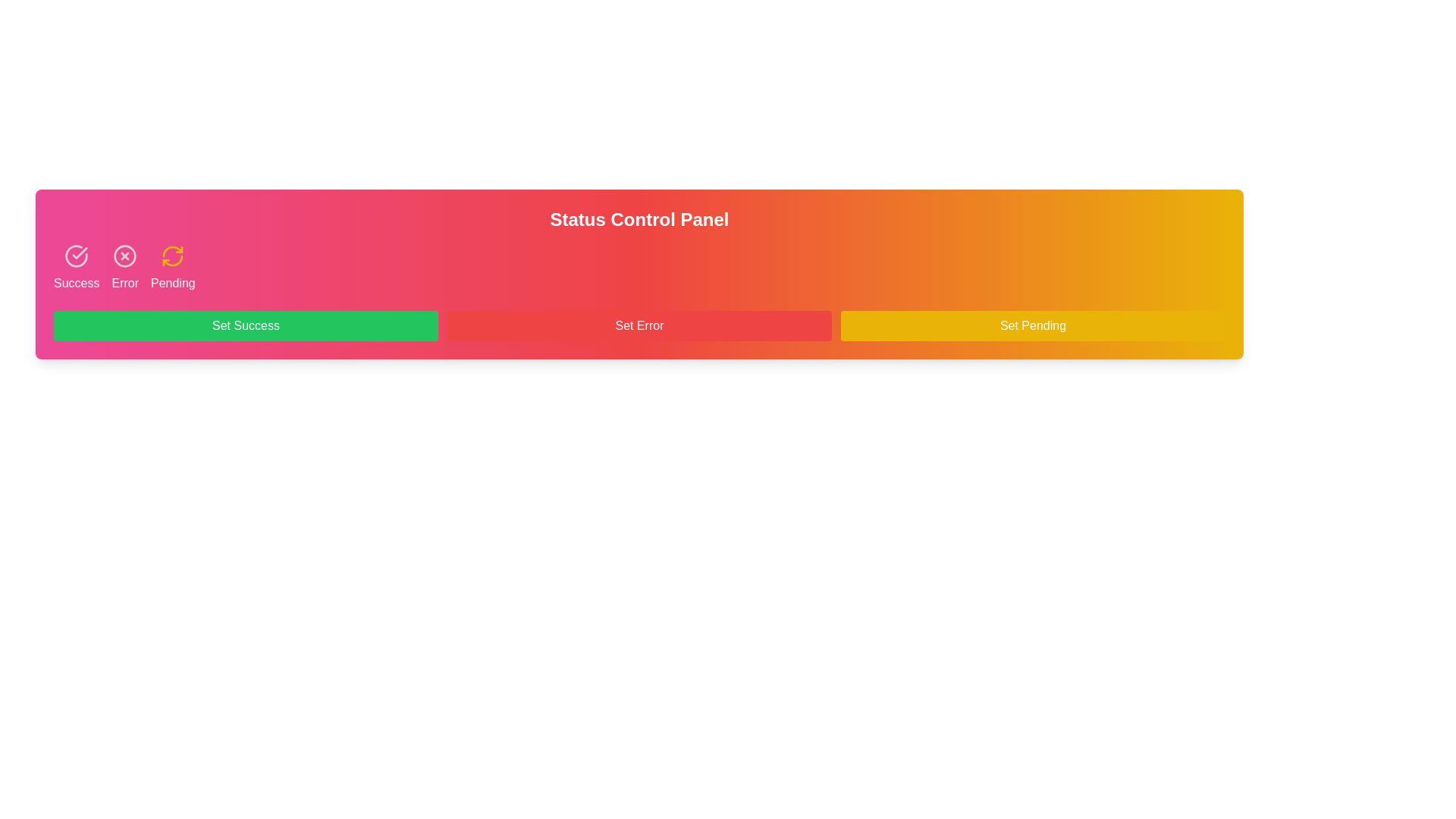 The image size is (1456, 819). I want to click on the Informational Status Indicator that signifies the 'Pending' status, located in the top-center section of the interface, between 'Error' and other status elements, so click(173, 268).